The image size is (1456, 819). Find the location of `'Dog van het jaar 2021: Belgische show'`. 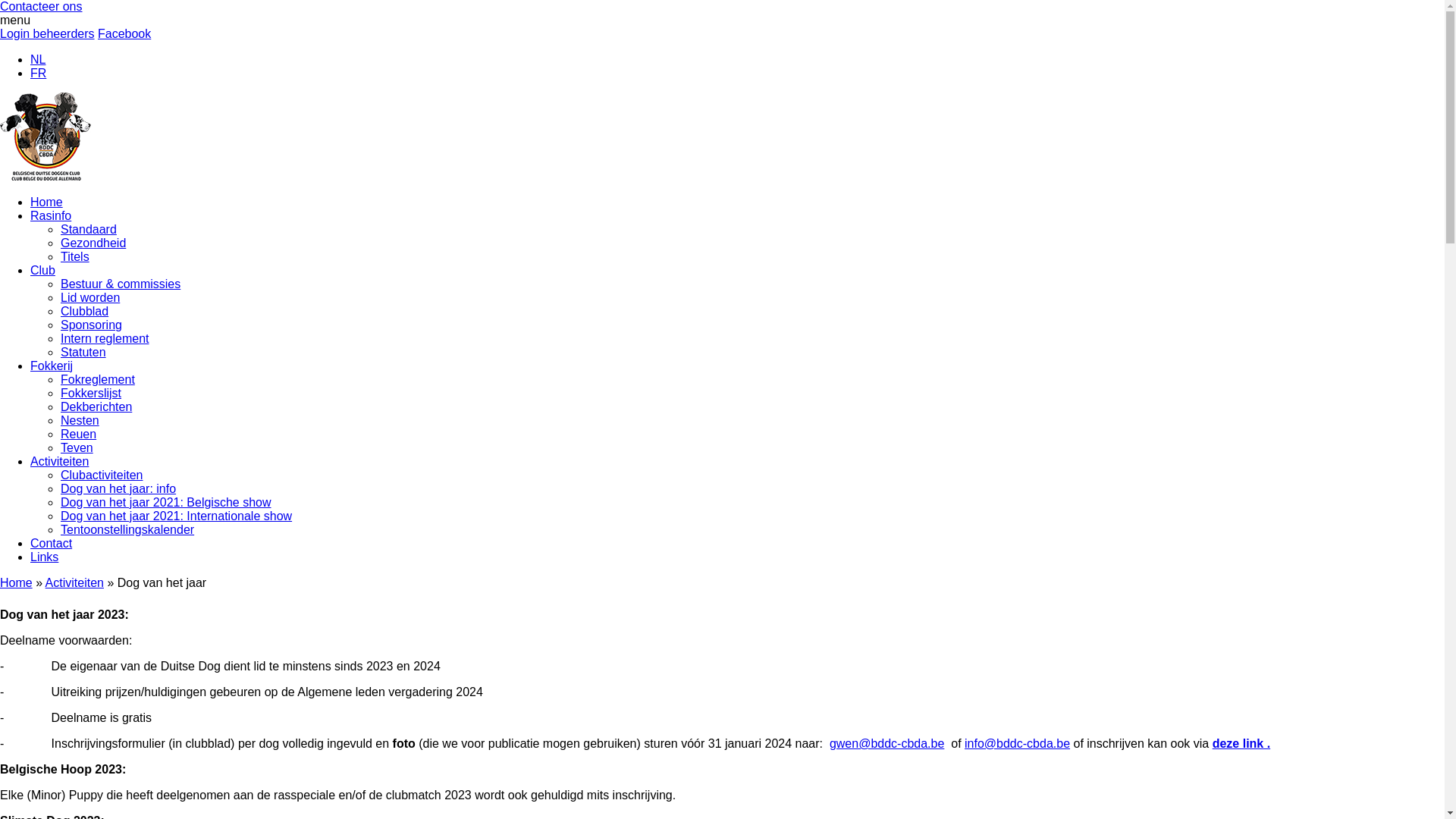

'Dog van het jaar 2021: Belgische show' is located at coordinates (166, 502).